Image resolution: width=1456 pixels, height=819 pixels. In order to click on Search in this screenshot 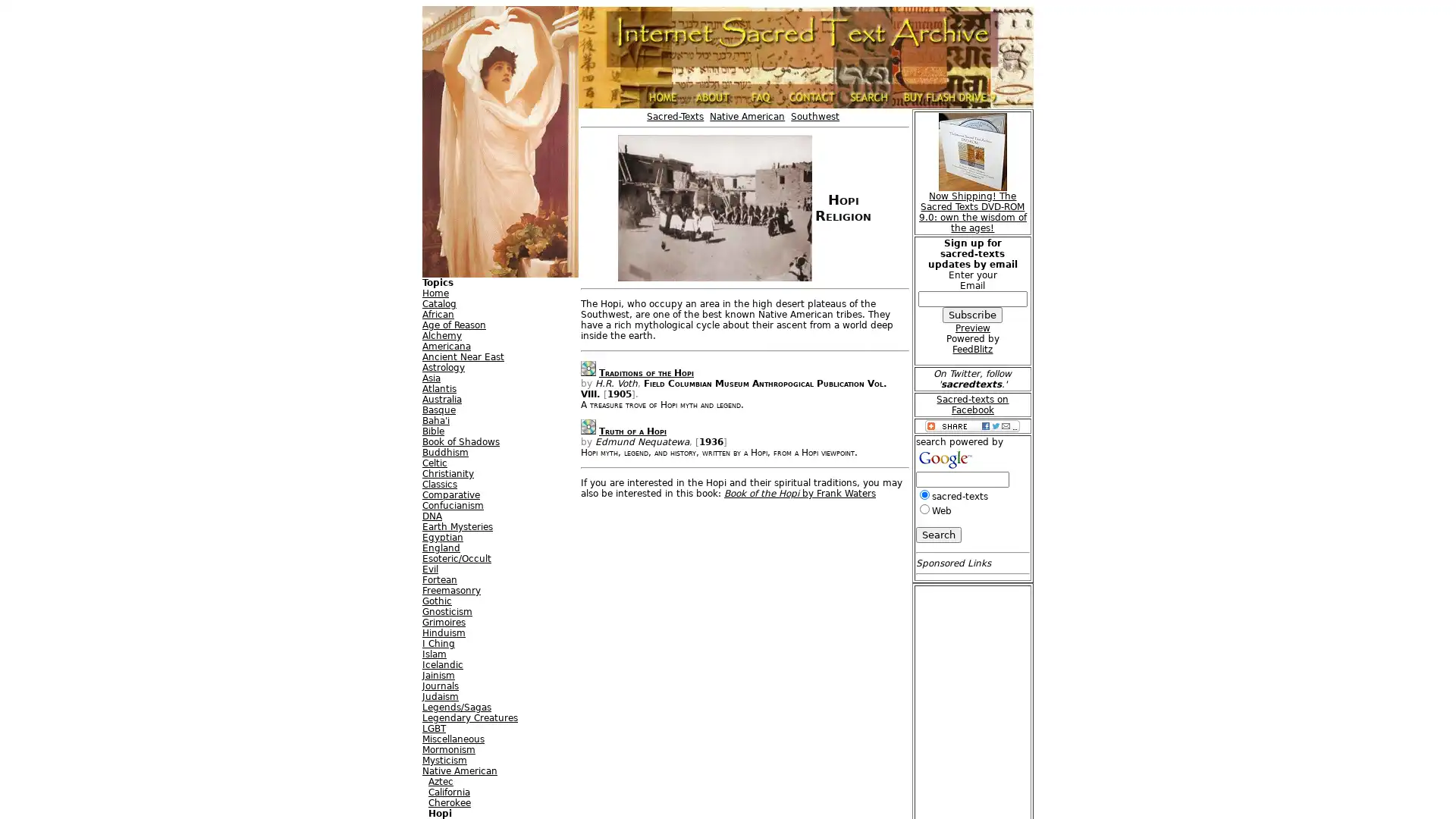, I will do `click(937, 534)`.